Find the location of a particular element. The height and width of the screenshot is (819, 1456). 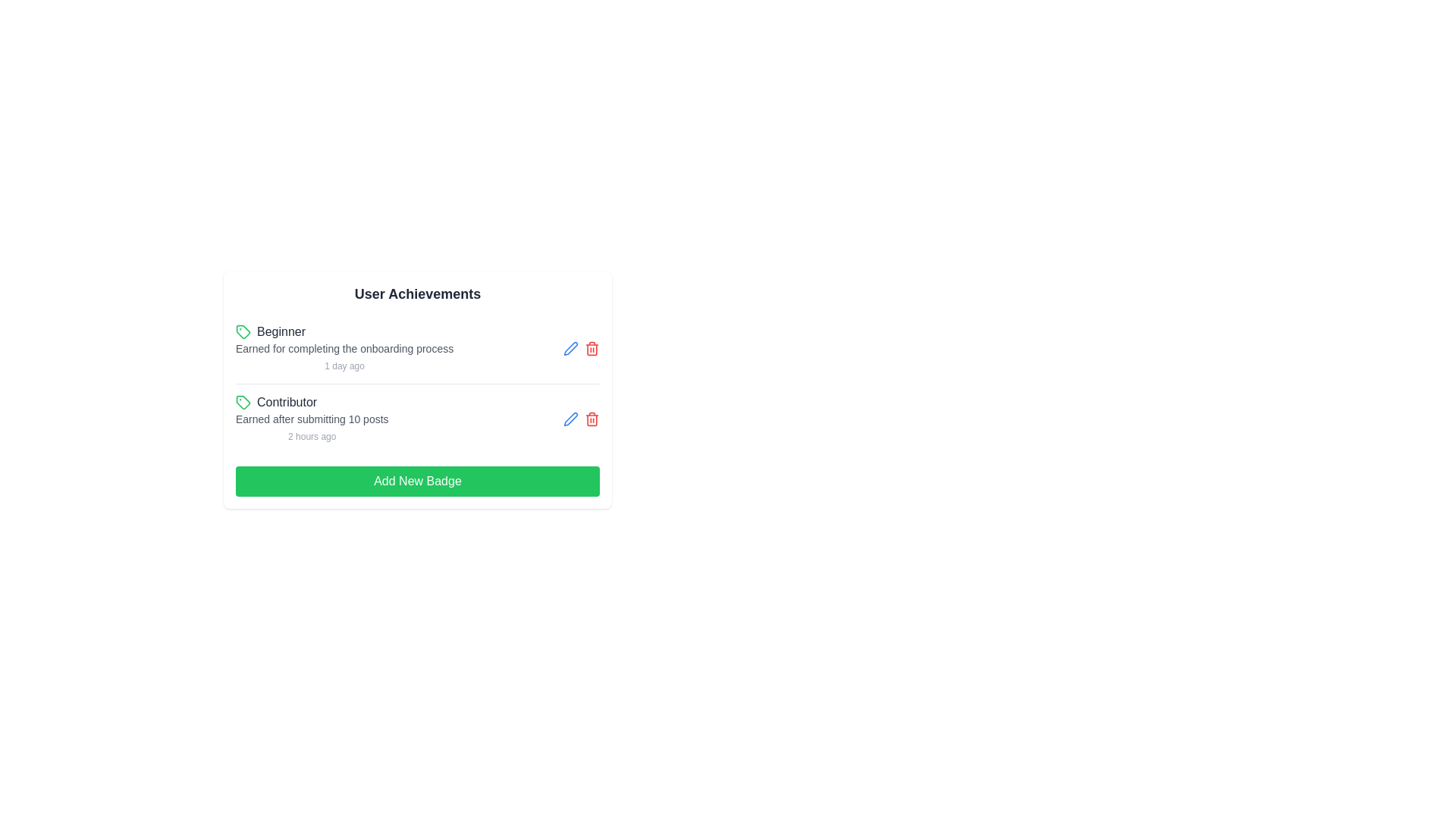

the informational Text Label indicating the date or time of the 'Beginner' achievement, which is positioned at the bottom right corner of the section is located at coordinates (344, 366).